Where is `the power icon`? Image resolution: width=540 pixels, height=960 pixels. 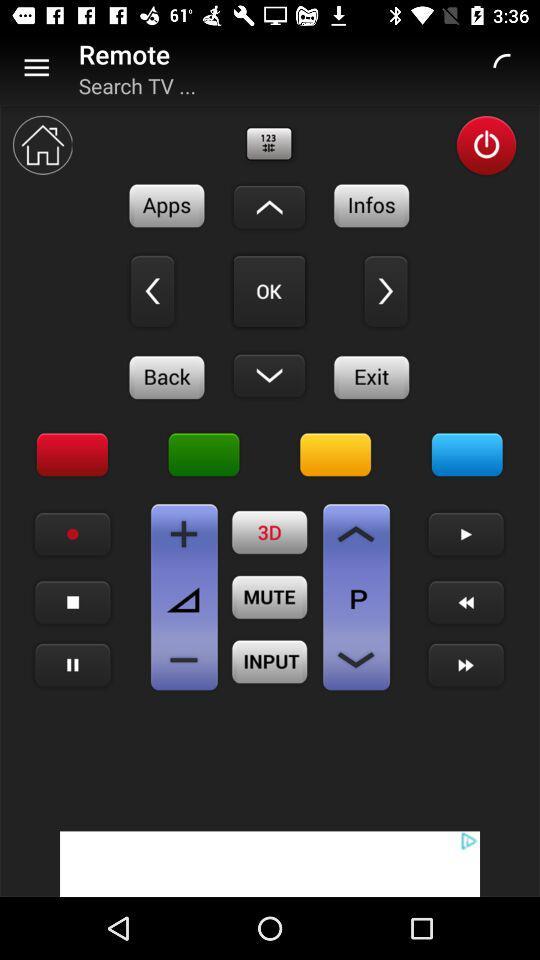
the power icon is located at coordinates (485, 144).